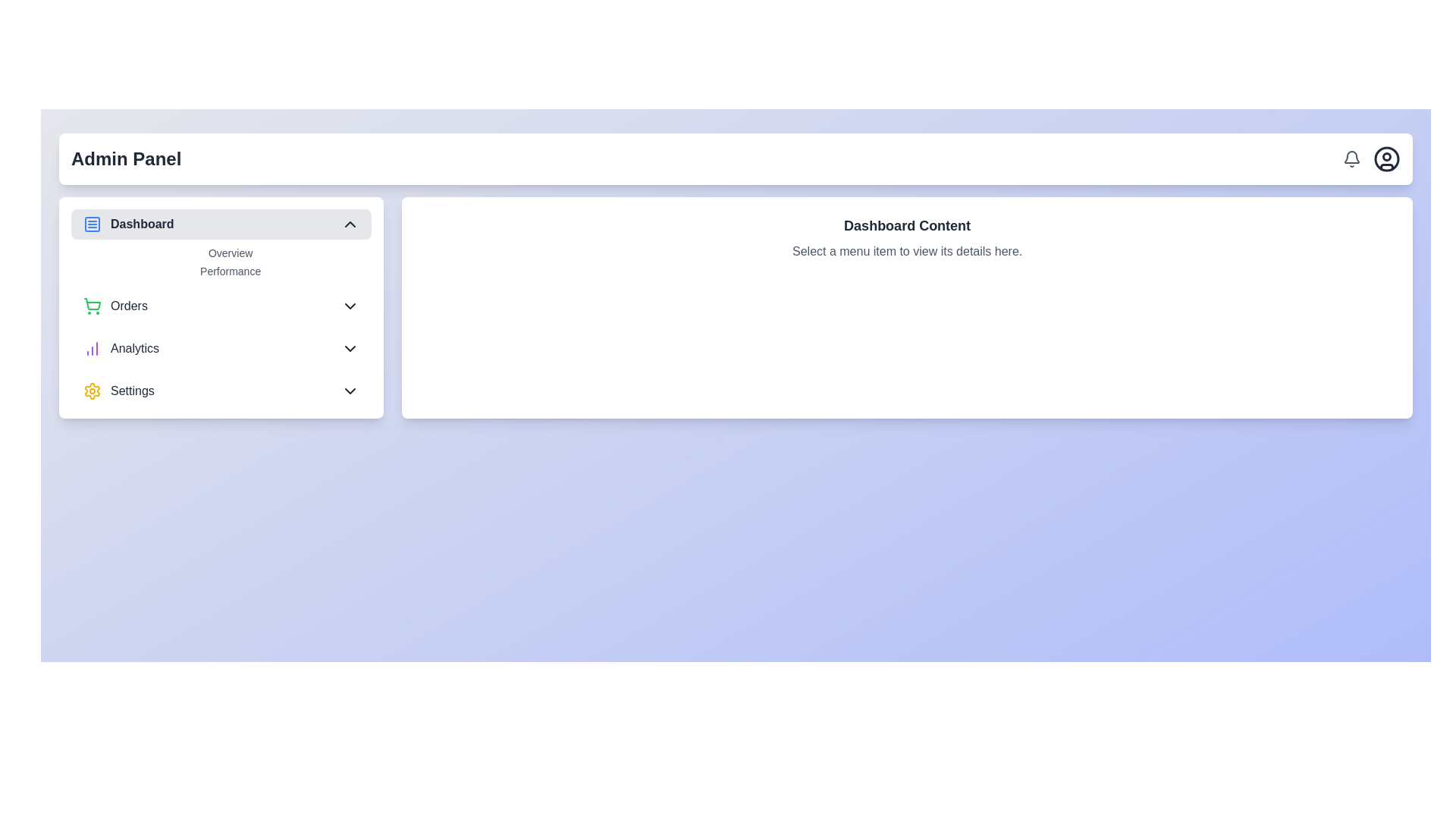  What do you see at coordinates (907, 250) in the screenshot?
I see `the text label that instructs 'Select a menu item` at bounding box center [907, 250].